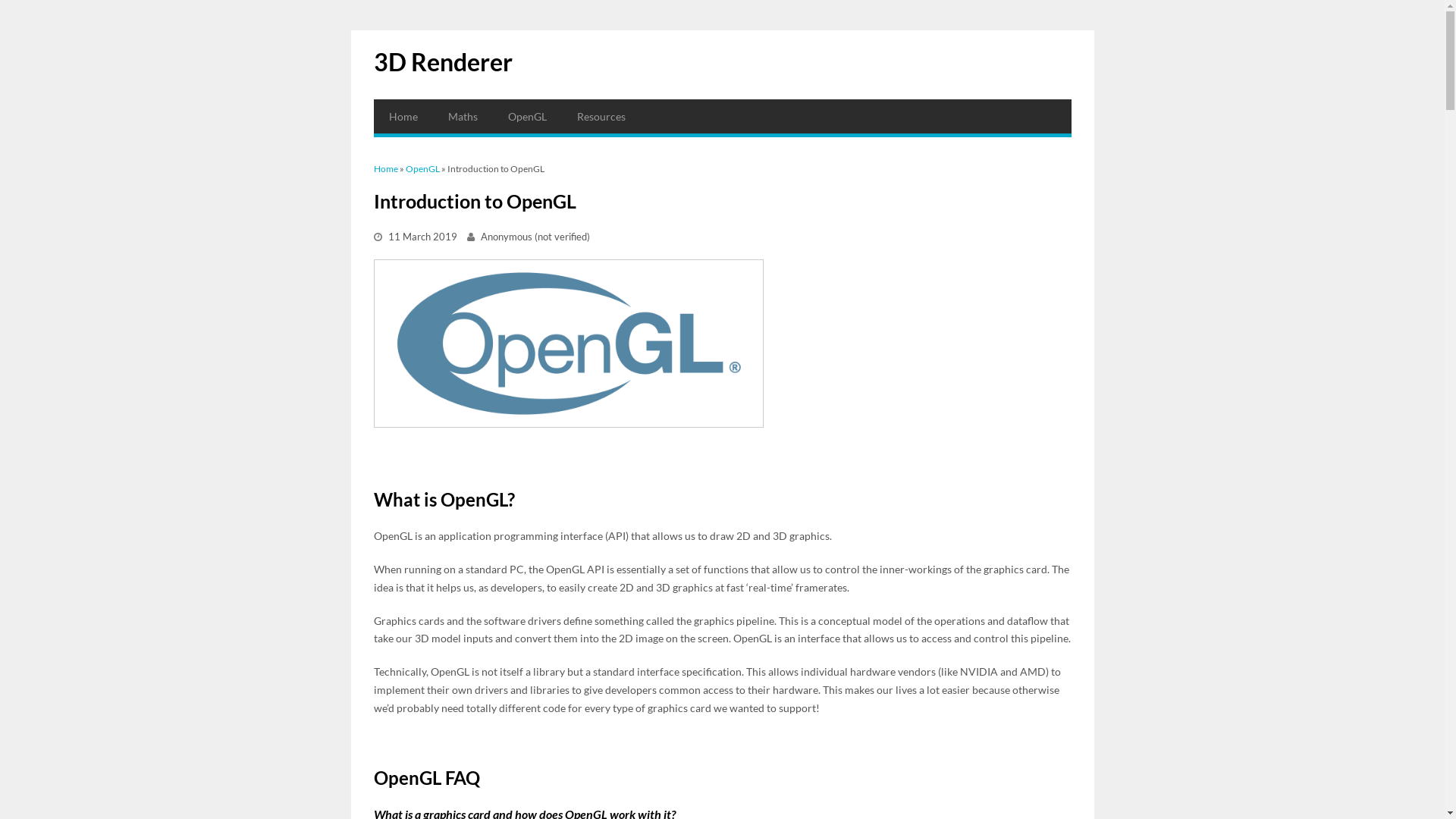 This screenshot has width=1456, height=819. I want to click on '3D Renderer', so click(441, 61).